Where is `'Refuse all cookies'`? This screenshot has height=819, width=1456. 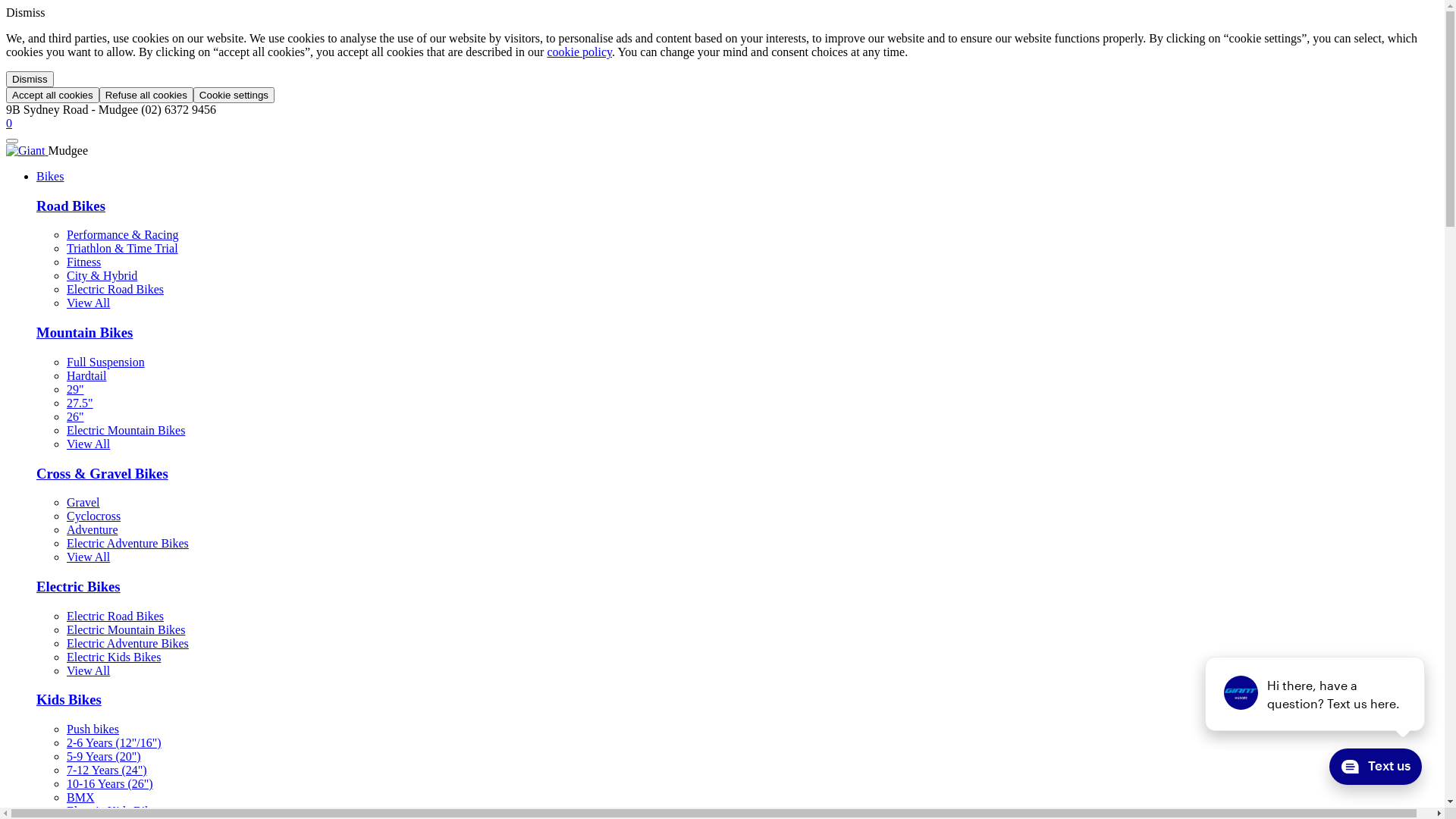
'Refuse all cookies' is located at coordinates (146, 95).